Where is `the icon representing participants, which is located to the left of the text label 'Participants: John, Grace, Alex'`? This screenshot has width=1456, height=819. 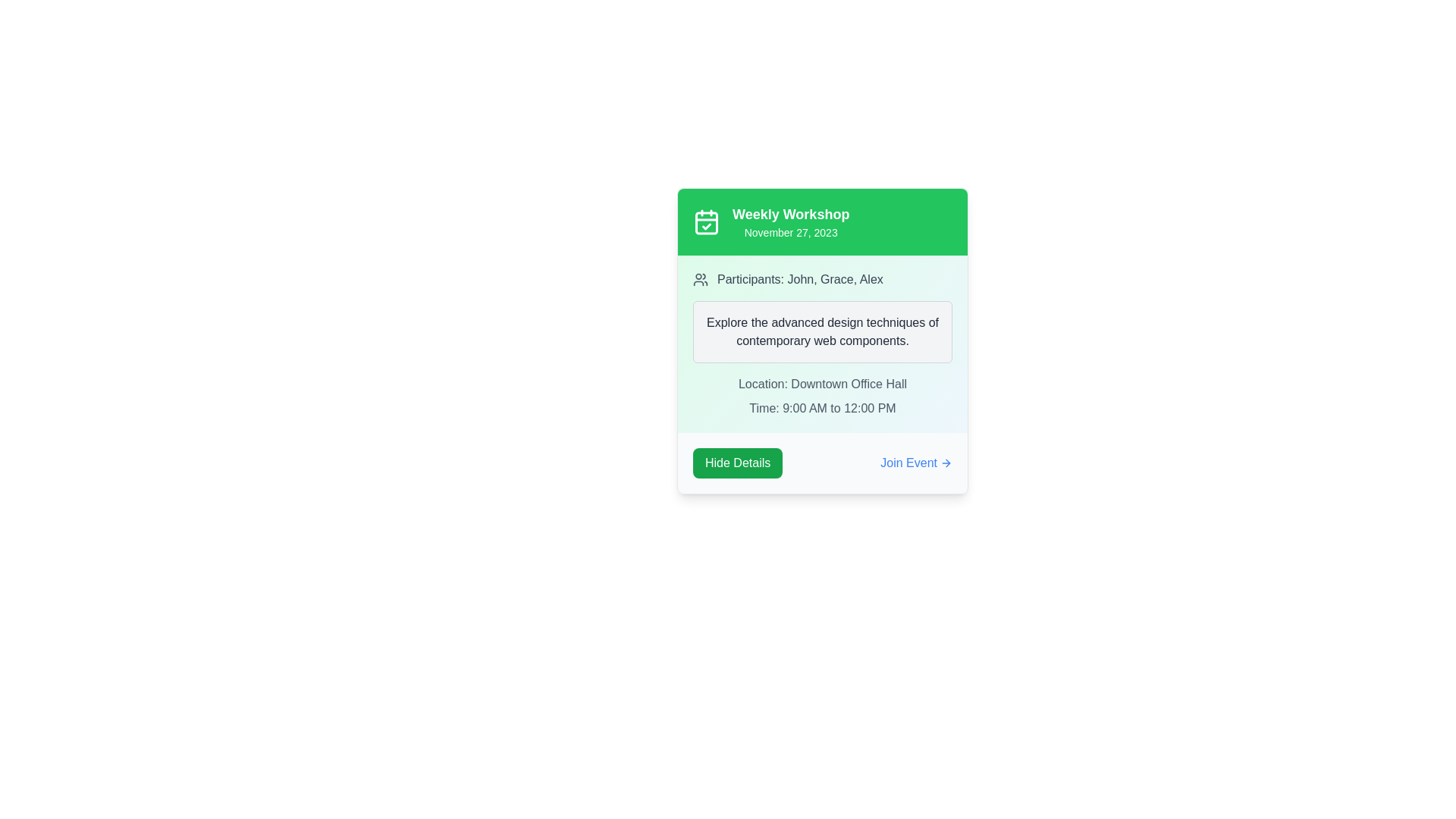
the icon representing participants, which is located to the left of the text label 'Participants: John, Grace, Alex' is located at coordinates (700, 280).